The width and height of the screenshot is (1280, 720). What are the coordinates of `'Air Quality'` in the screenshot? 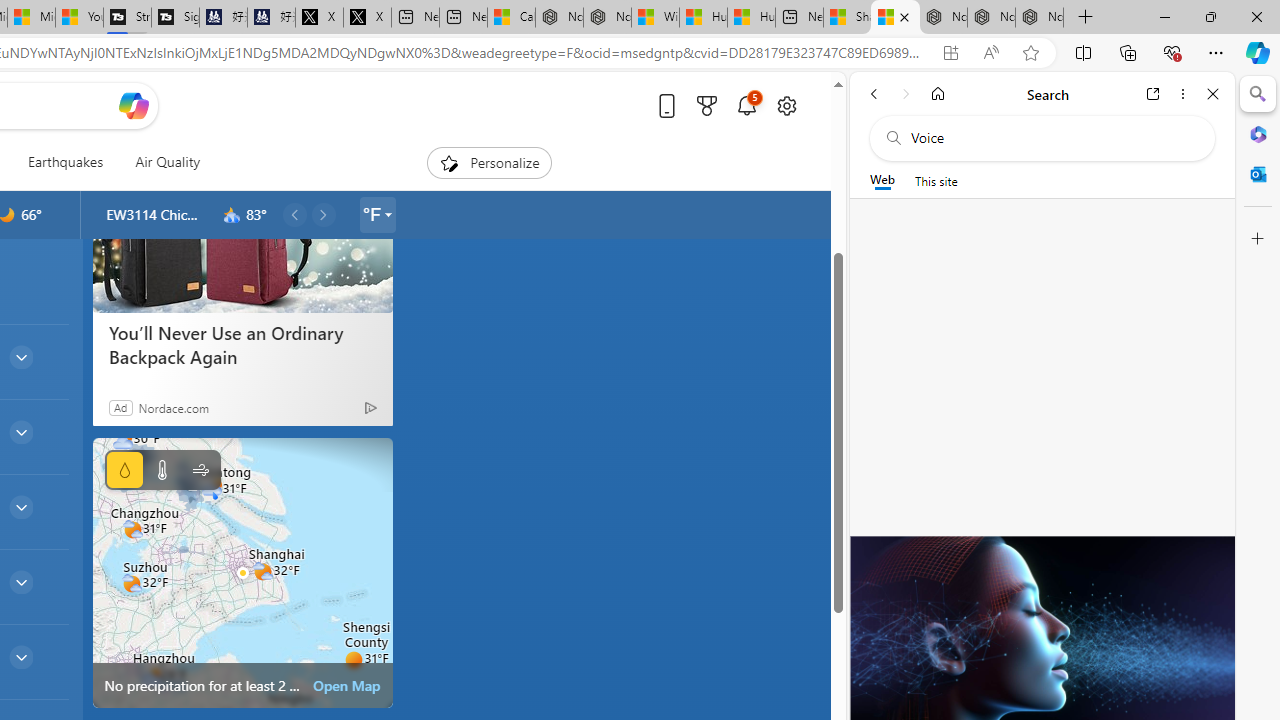 It's located at (160, 162).